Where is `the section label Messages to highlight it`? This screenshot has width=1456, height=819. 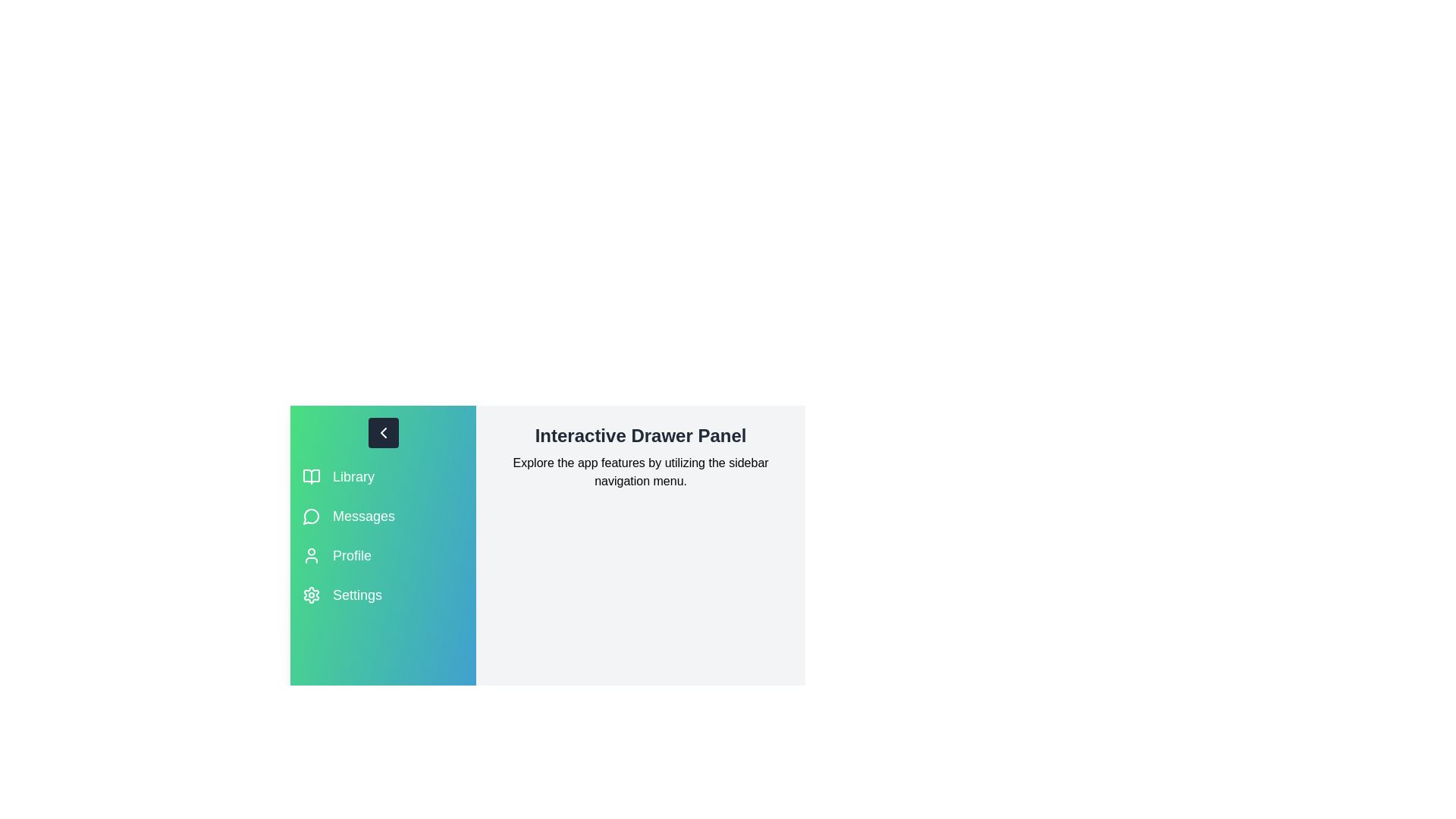
the section label Messages to highlight it is located at coordinates (364, 516).